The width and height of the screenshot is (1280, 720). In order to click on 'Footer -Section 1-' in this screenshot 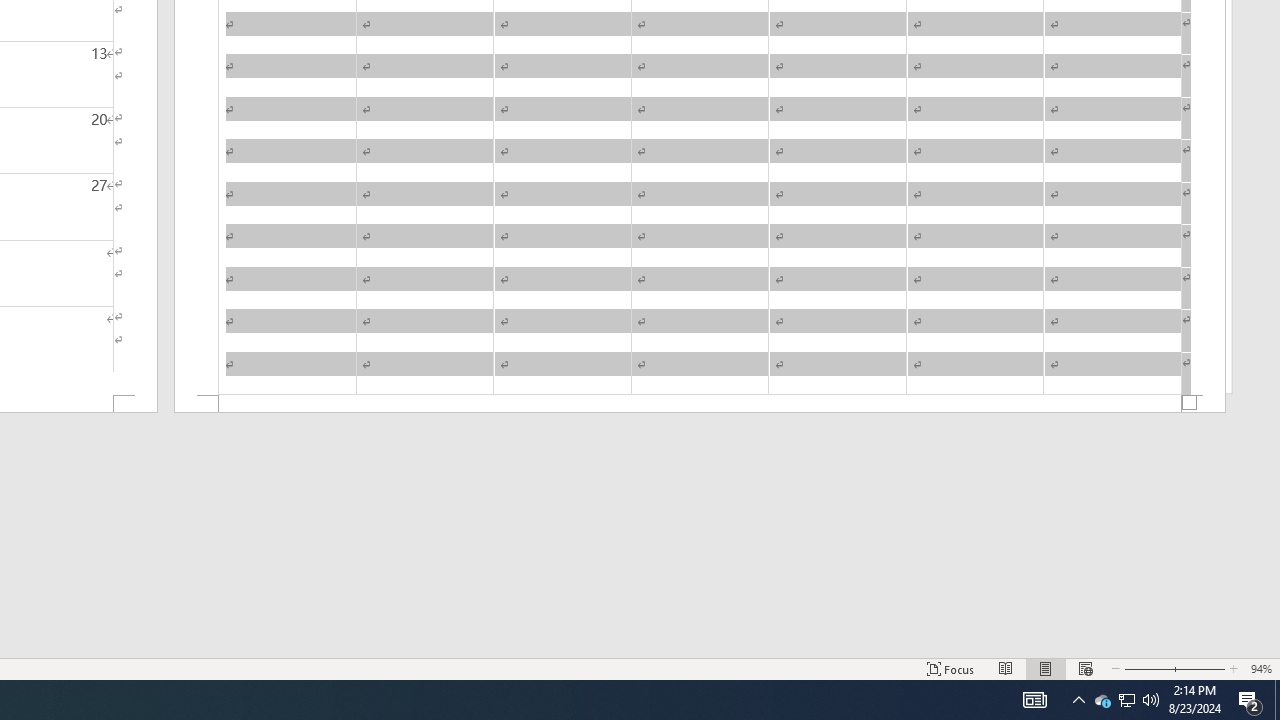, I will do `click(700, 404)`.